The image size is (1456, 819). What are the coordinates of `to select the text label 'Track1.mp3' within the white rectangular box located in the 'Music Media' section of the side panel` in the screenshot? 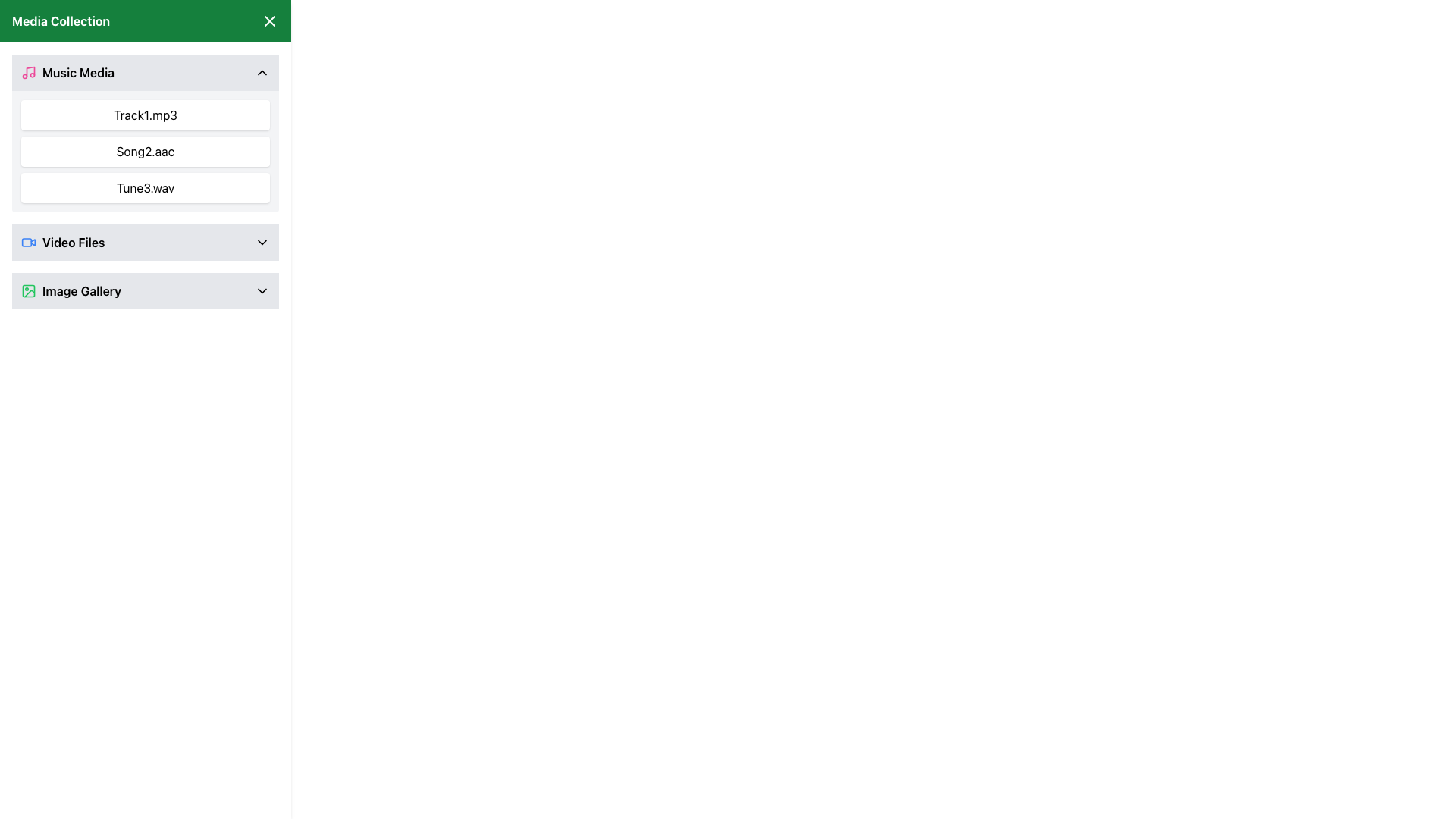 It's located at (146, 114).